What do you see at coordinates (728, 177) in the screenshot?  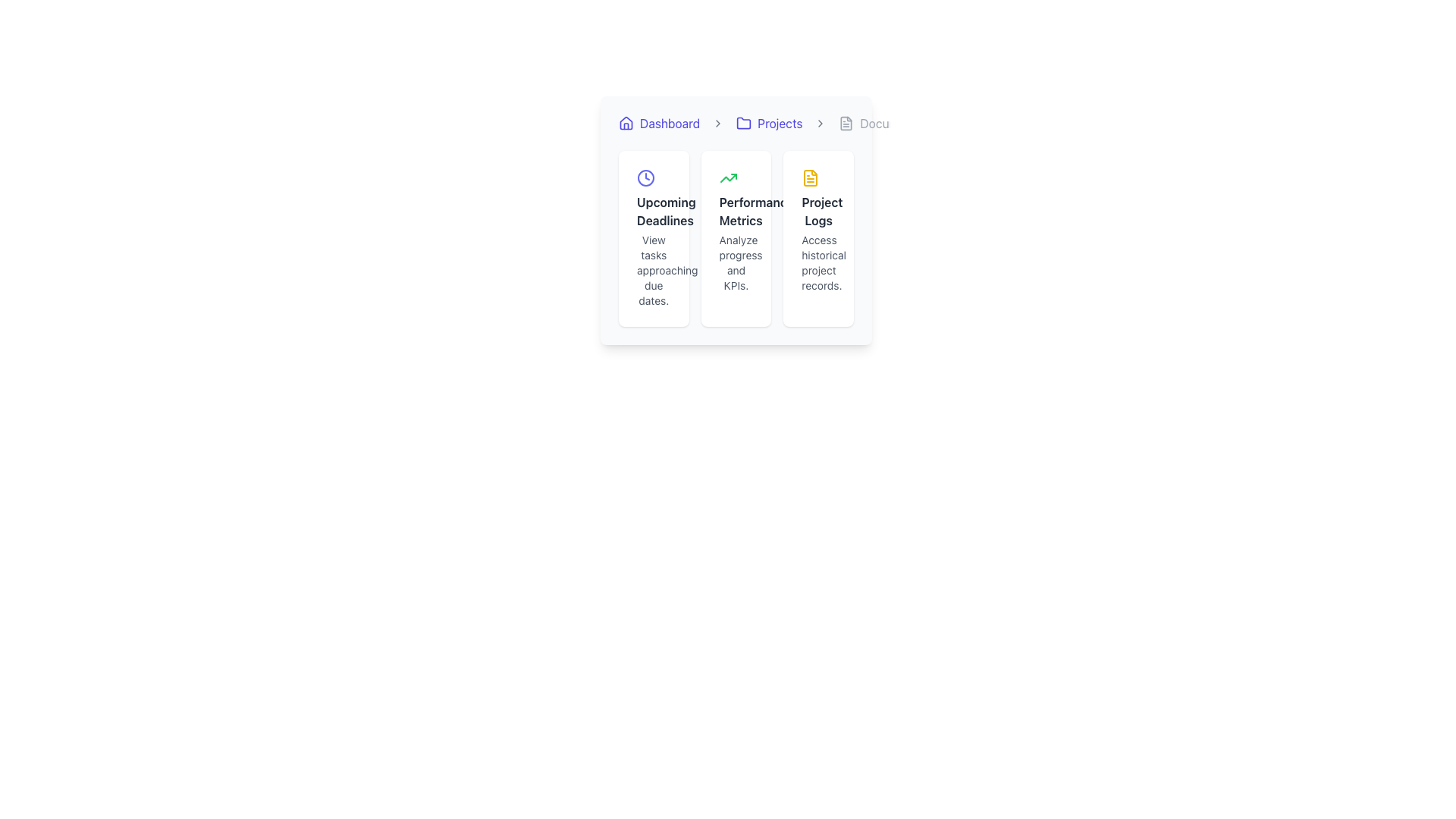 I see `the small green triangular line indicating a trend within the green trending-up icon, located above the 'Performance Metrics' card` at bounding box center [728, 177].